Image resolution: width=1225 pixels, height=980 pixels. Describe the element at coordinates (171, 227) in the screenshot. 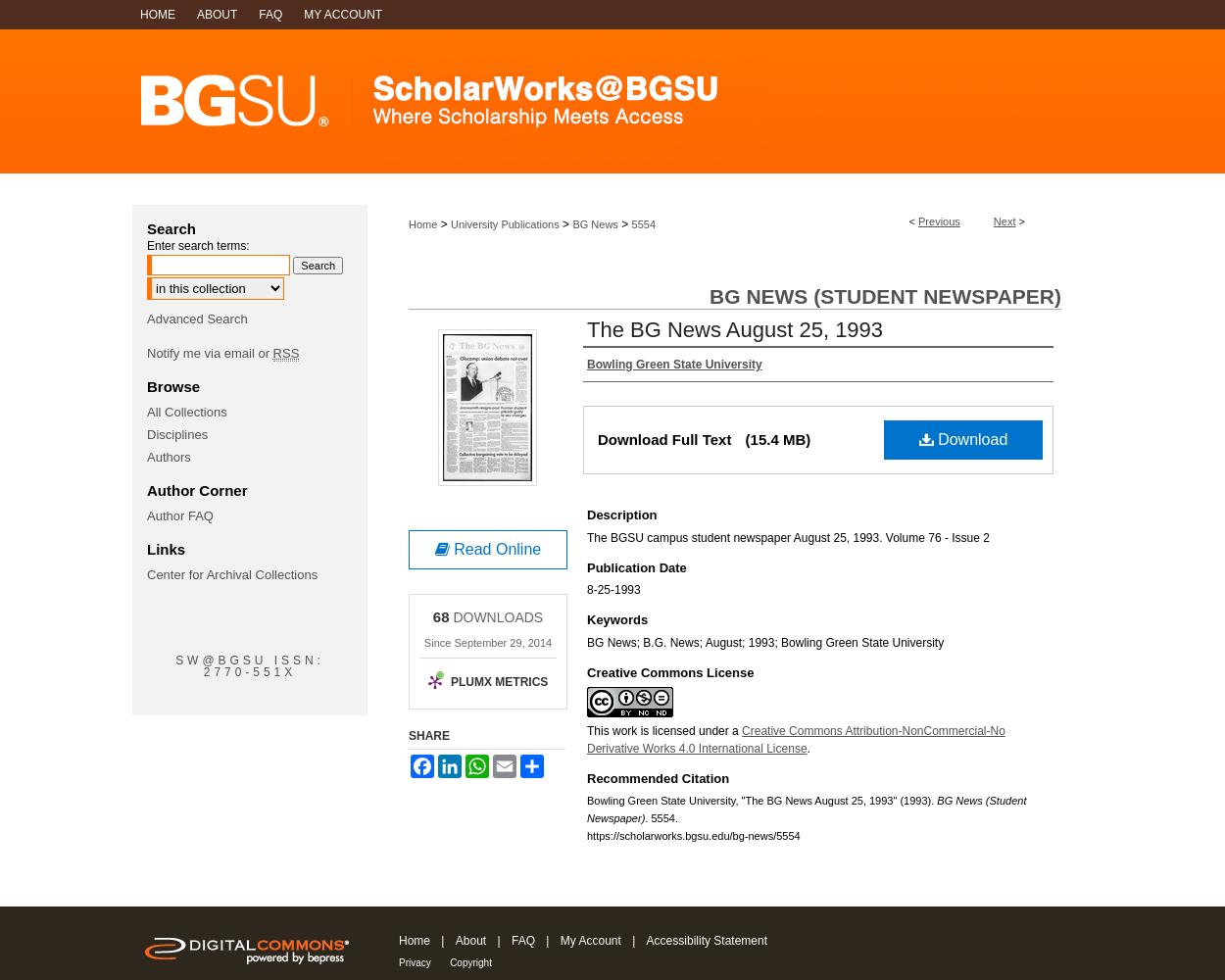

I see `'Search'` at that location.